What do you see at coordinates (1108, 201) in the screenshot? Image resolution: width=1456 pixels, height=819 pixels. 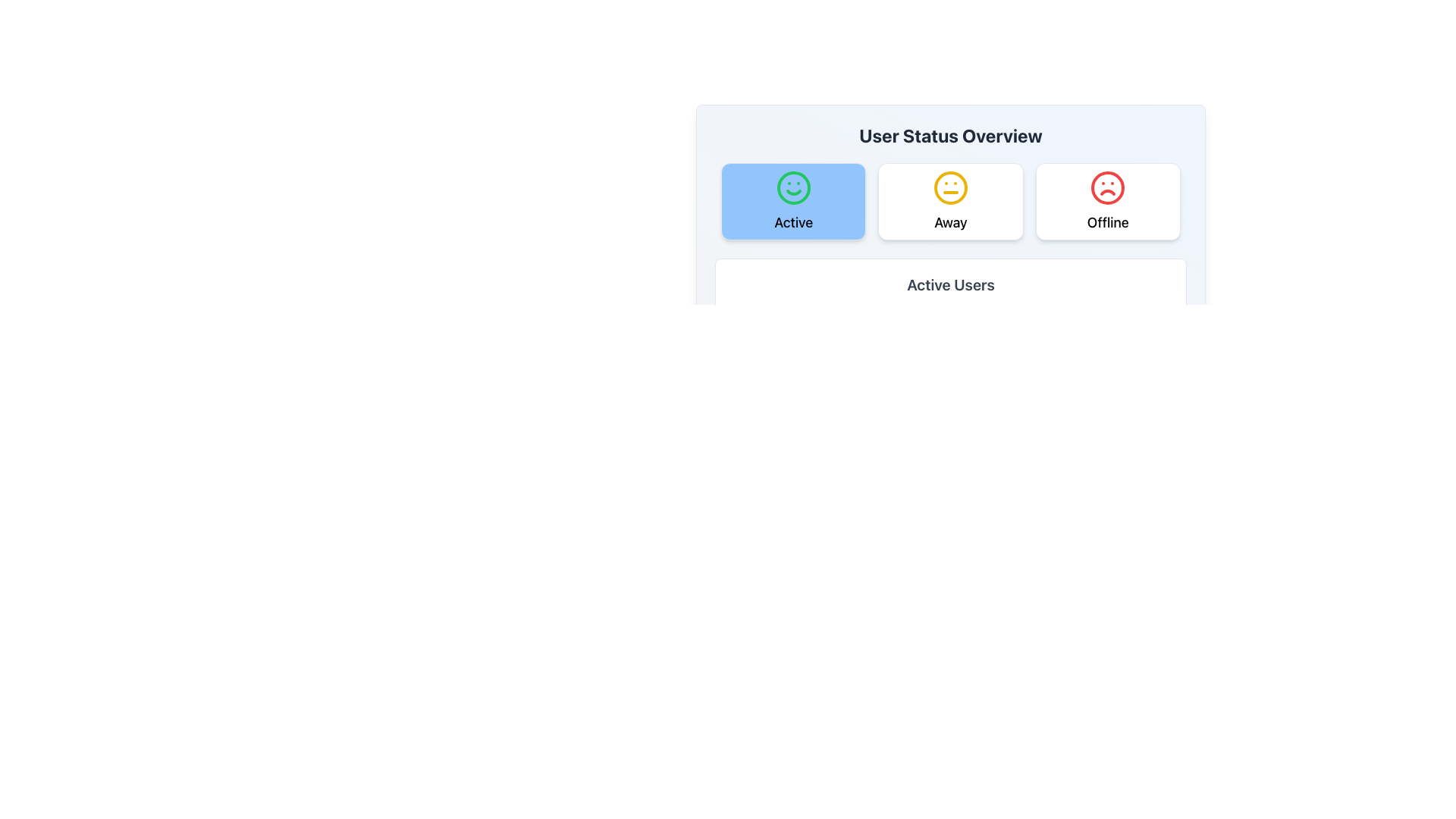 I see `the 'Offline' button, which is a rectangular button with rounded corners displaying a frowning face icon in red and the text 'Offline', to change its appearance` at bounding box center [1108, 201].